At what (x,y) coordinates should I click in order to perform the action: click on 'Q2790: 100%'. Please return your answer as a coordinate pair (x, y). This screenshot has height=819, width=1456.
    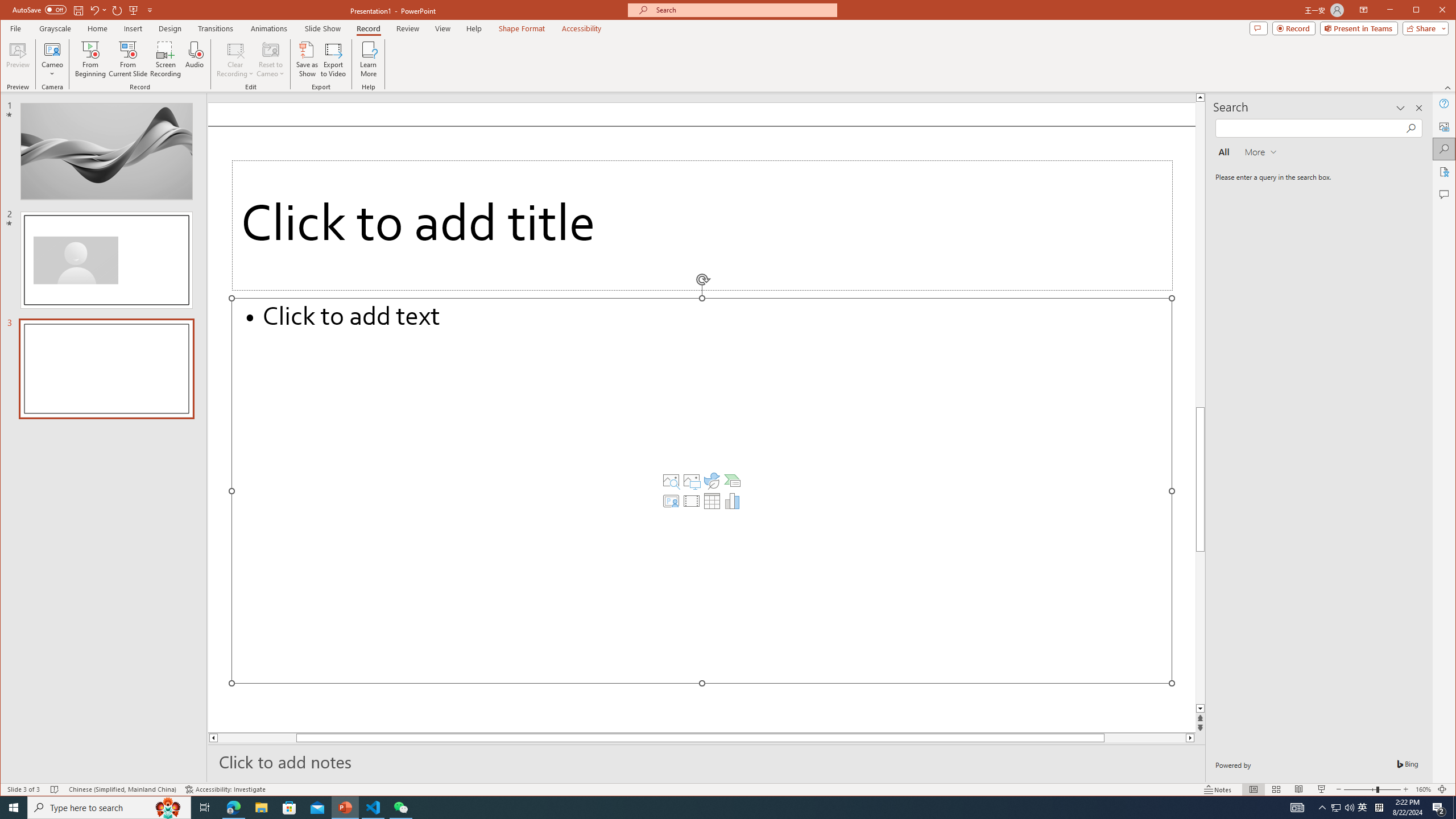
    Looking at the image, I should click on (1349, 806).